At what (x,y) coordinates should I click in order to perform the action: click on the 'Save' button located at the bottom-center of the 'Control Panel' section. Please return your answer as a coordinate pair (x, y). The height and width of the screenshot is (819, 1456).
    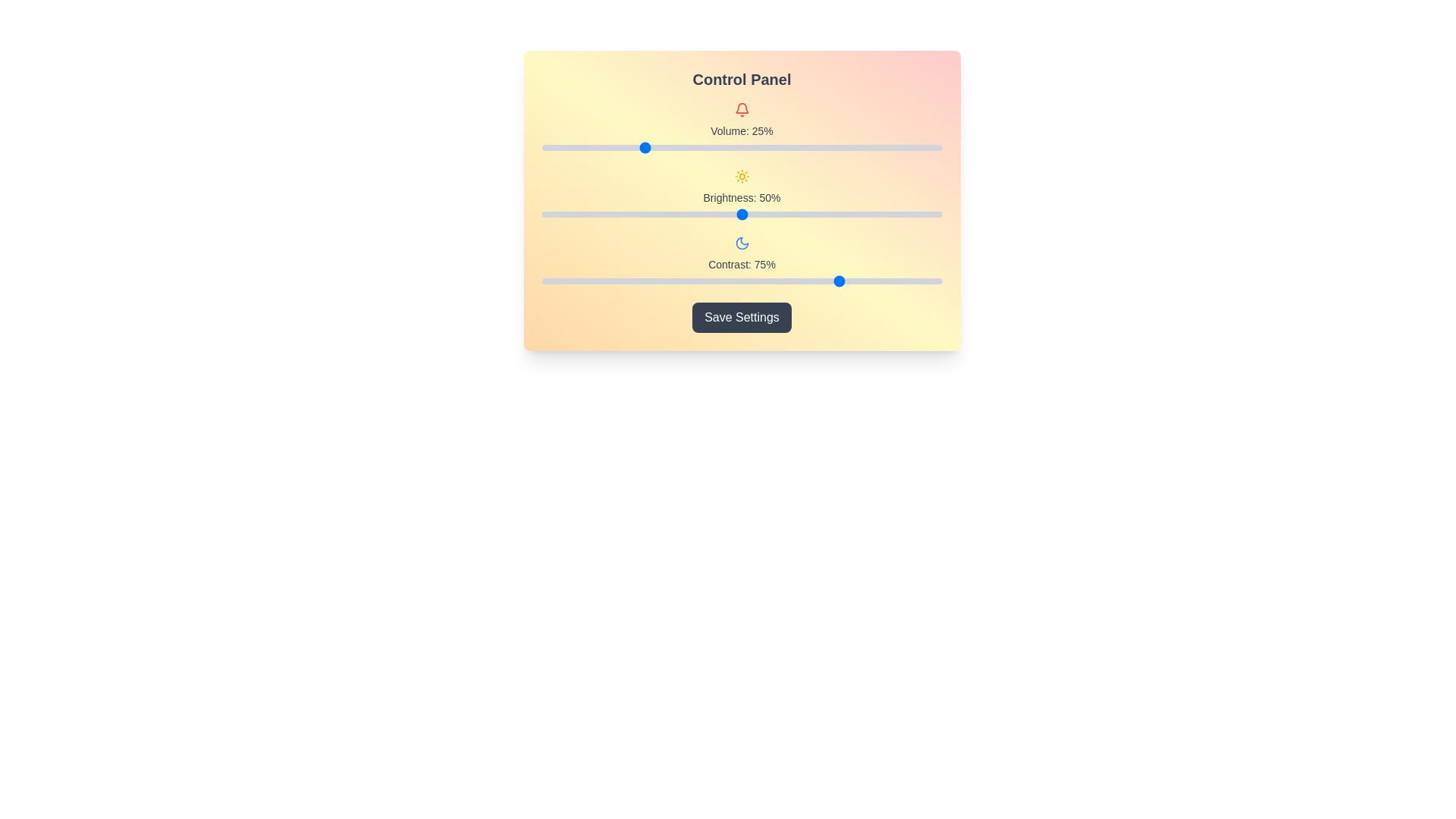
    Looking at the image, I should click on (742, 317).